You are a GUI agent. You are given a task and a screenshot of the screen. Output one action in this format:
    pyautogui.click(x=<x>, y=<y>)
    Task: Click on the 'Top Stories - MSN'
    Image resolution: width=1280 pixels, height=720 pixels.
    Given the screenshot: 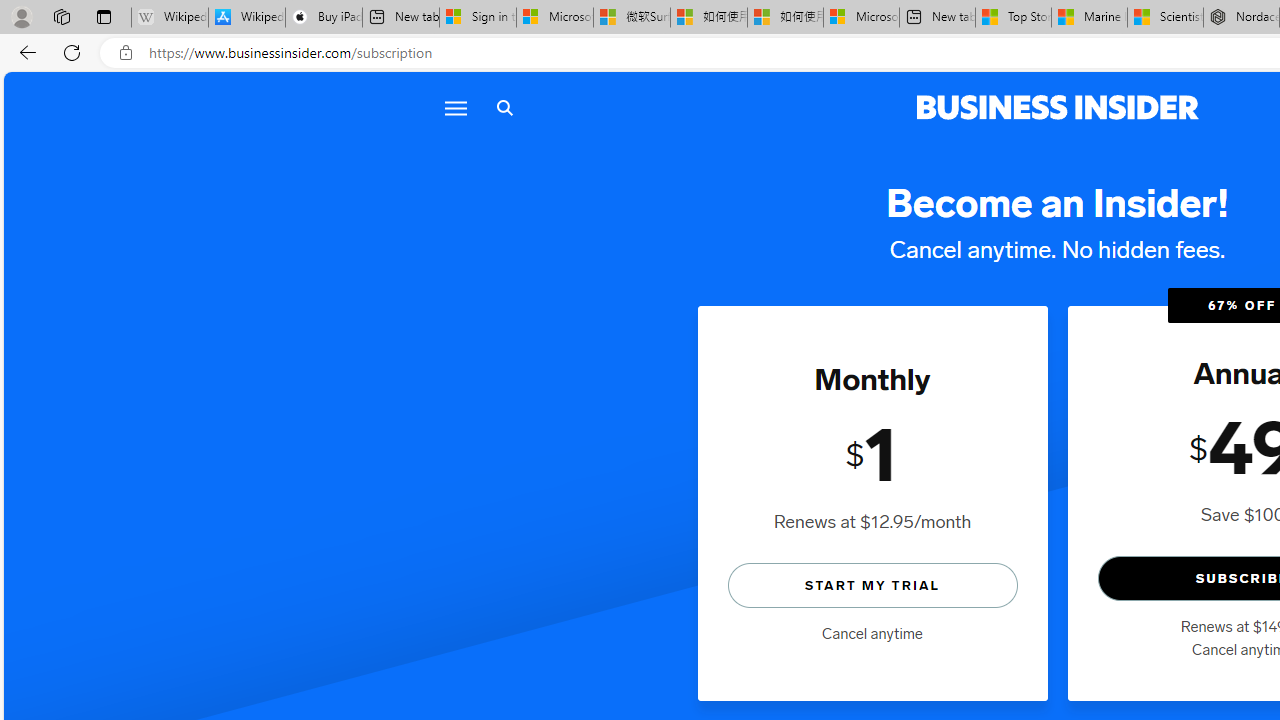 What is the action you would take?
    pyautogui.click(x=1013, y=17)
    